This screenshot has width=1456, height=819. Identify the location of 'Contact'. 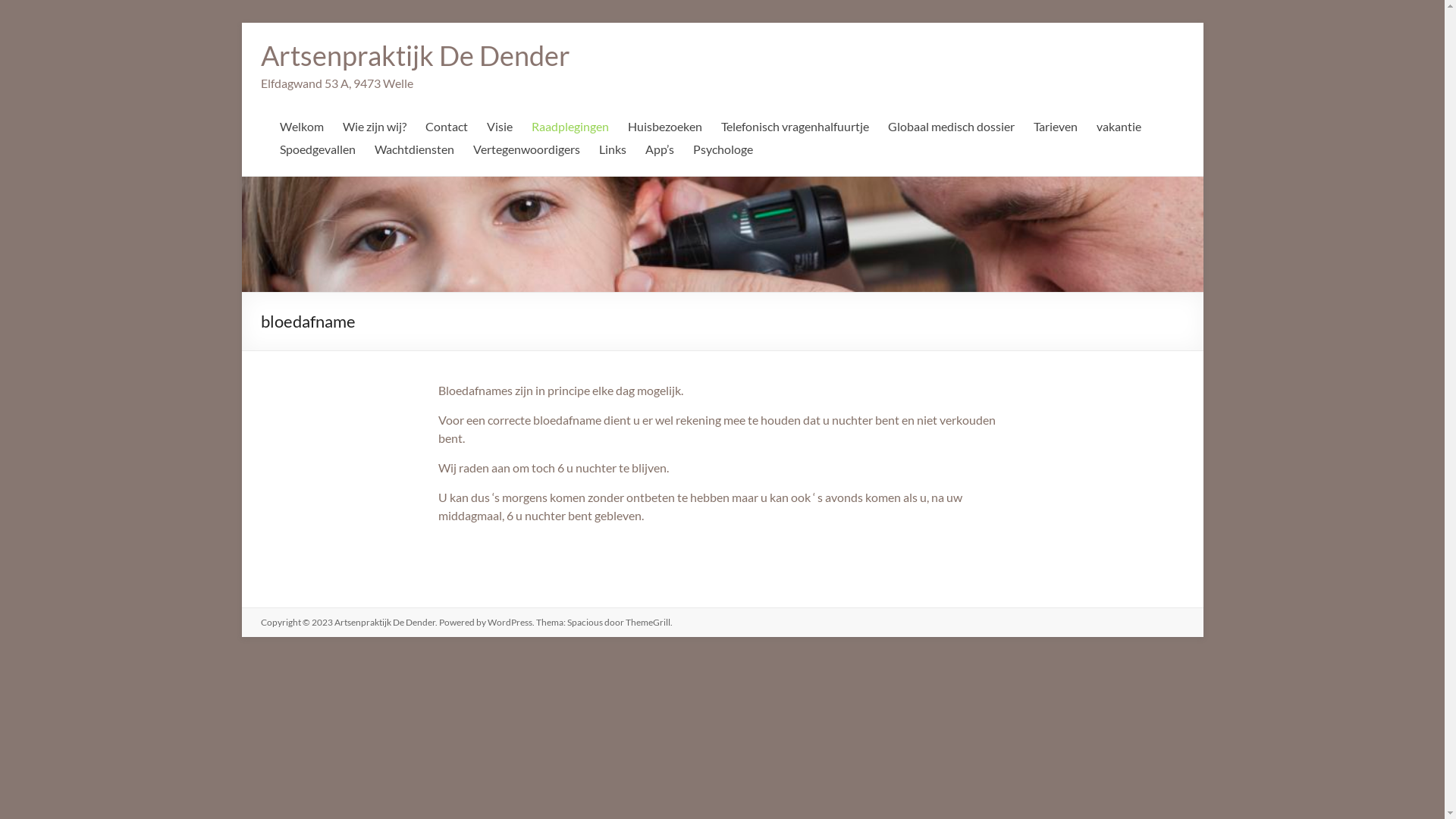
(445, 130).